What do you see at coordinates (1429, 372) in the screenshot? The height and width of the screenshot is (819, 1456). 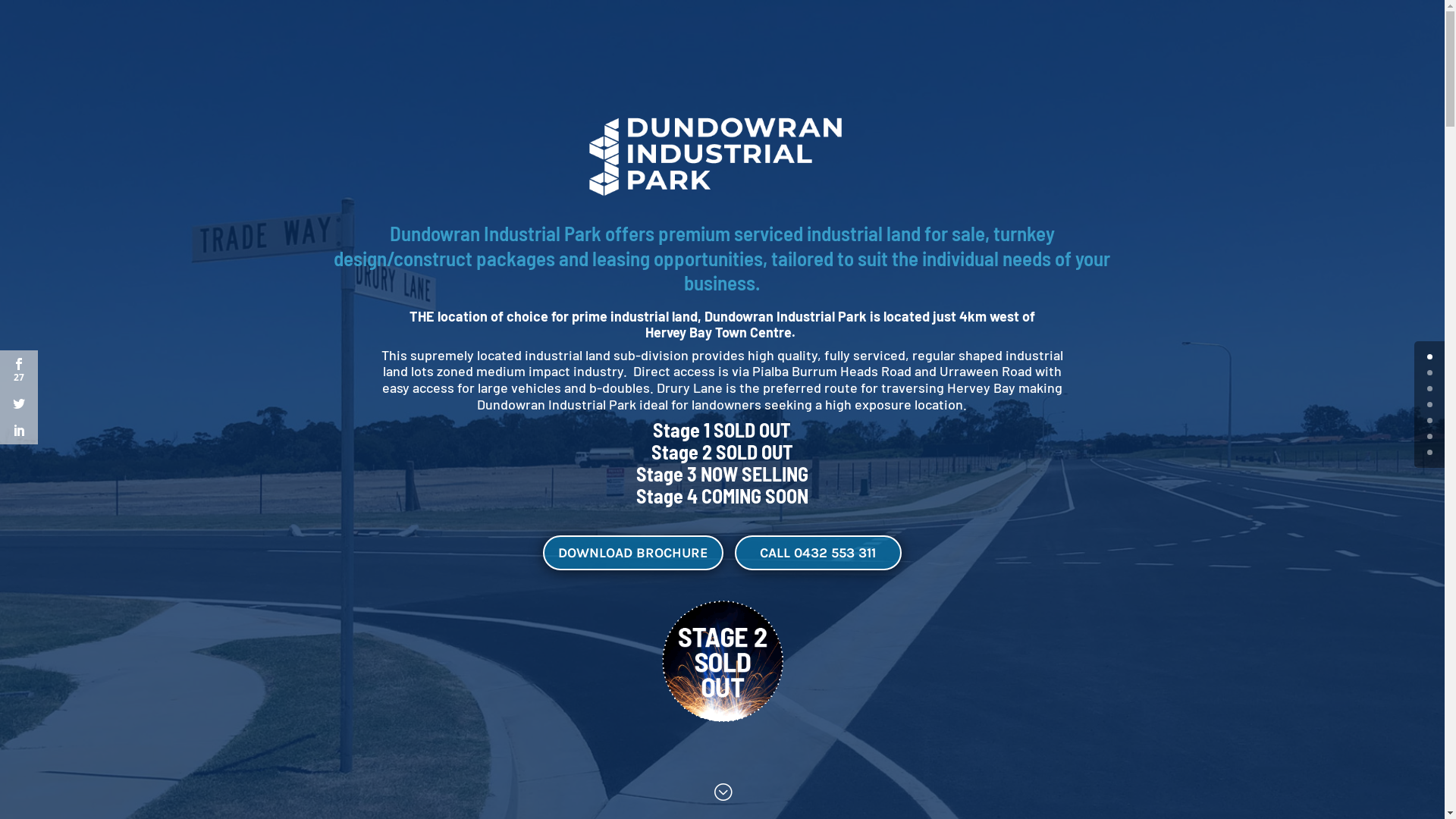 I see `'1'` at bounding box center [1429, 372].